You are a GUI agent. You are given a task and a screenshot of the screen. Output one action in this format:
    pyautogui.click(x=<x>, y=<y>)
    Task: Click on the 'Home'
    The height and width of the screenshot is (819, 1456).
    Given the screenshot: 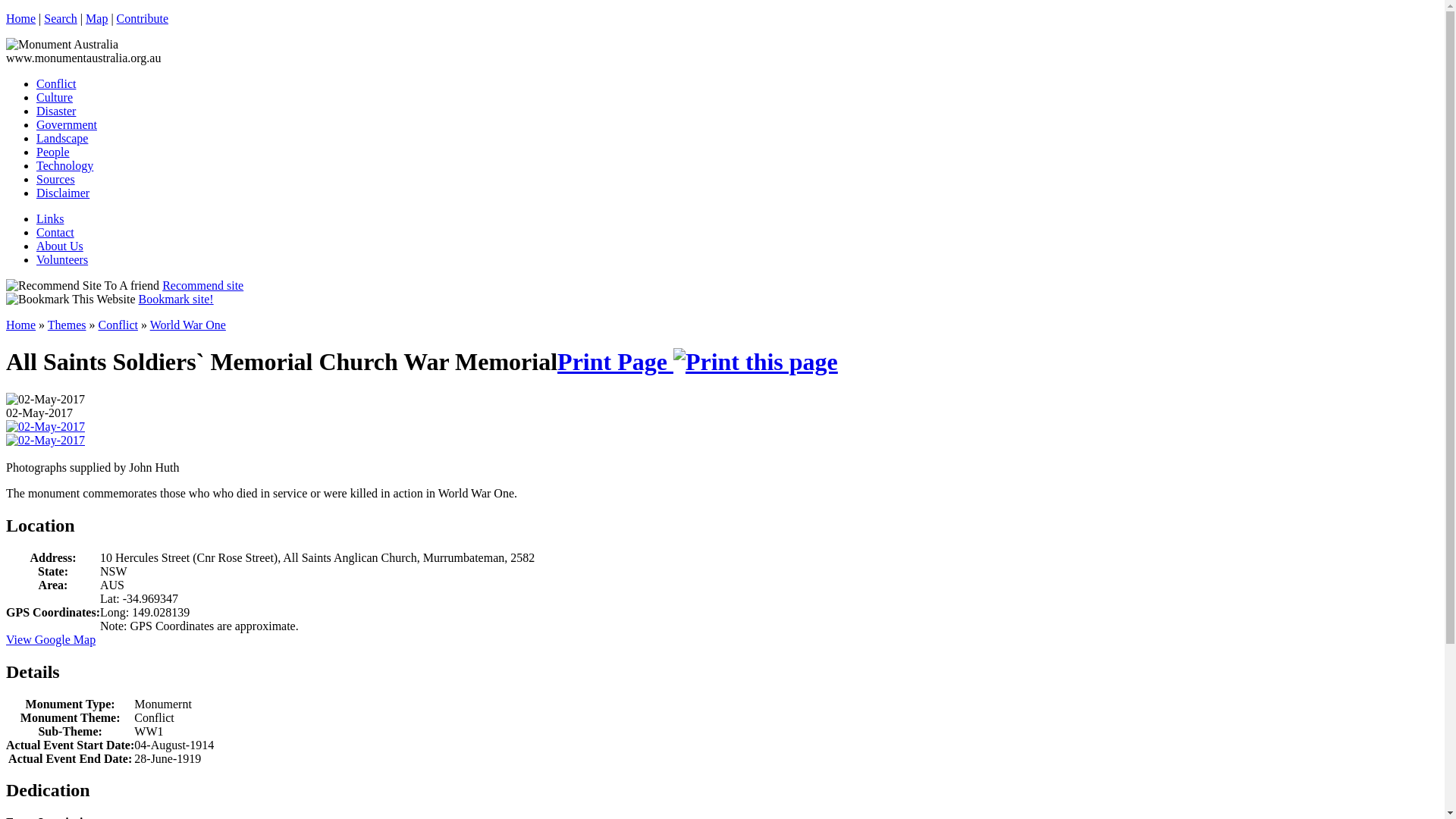 What is the action you would take?
    pyautogui.click(x=6, y=324)
    